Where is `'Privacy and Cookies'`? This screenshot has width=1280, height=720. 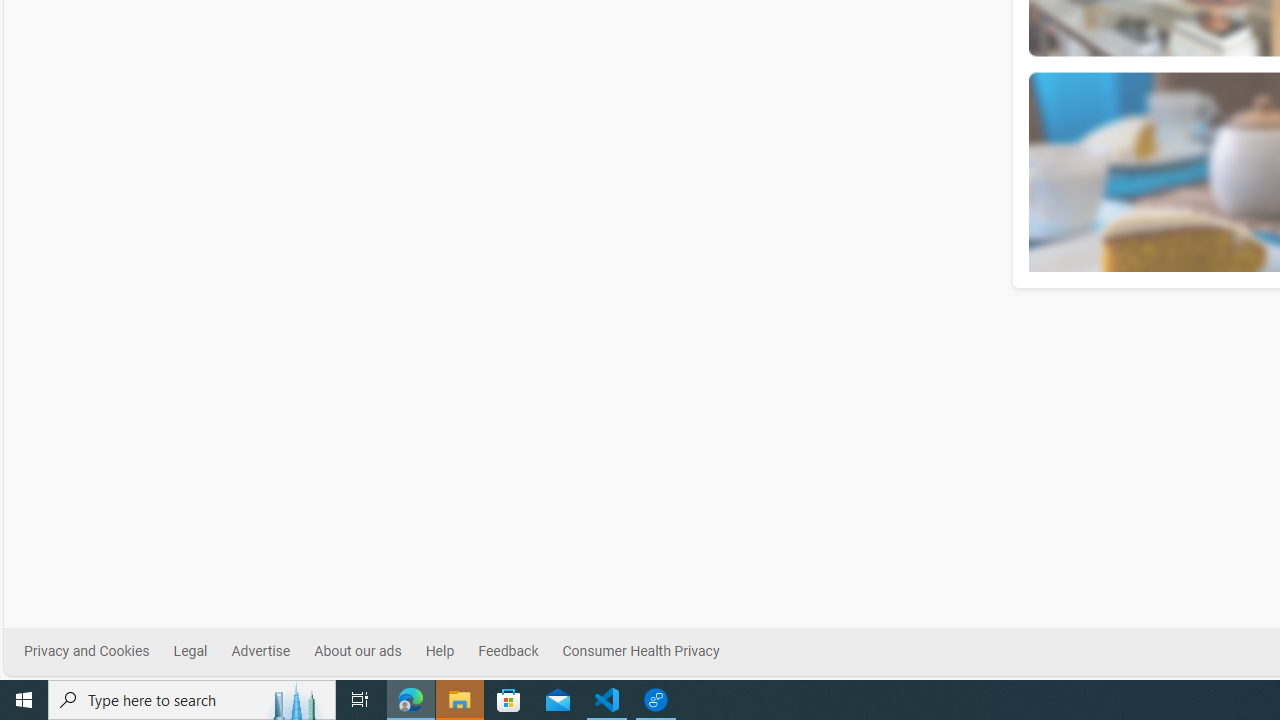
'Privacy and Cookies' is located at coordinates (98, 651).